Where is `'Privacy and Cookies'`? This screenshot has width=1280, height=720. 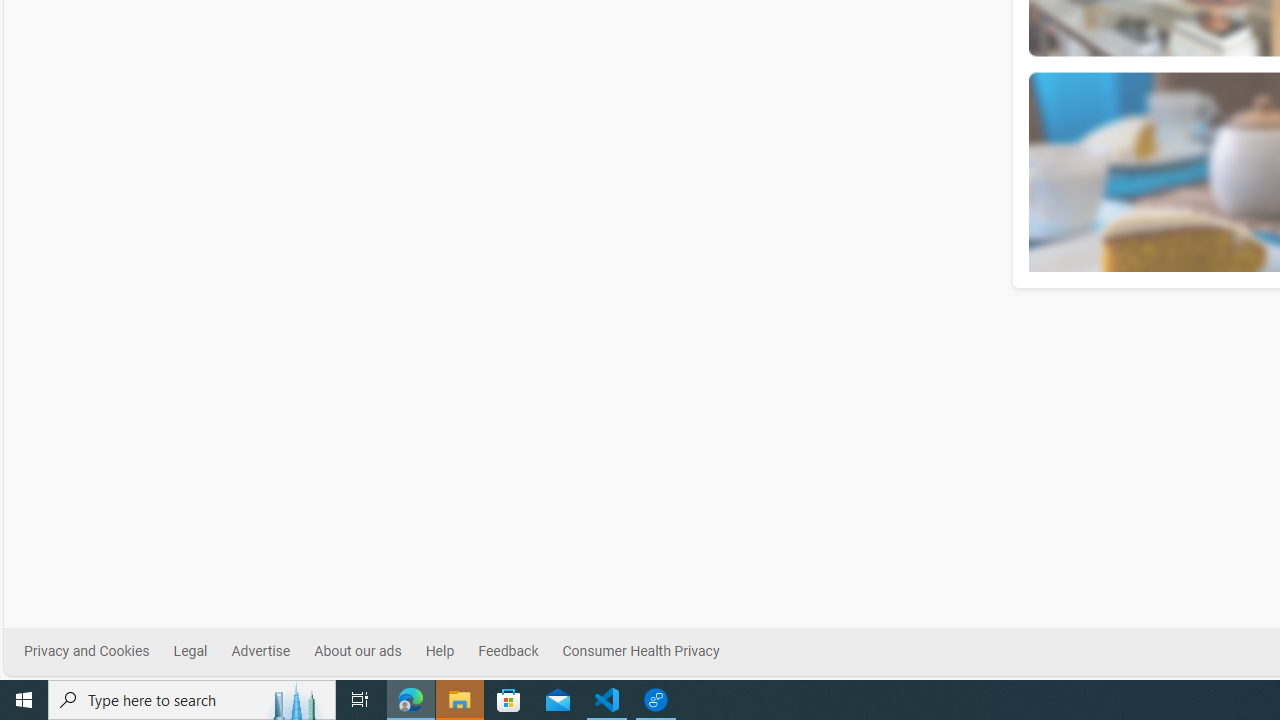
'Privacy and Cookies' is located at coordinates (98, 651).